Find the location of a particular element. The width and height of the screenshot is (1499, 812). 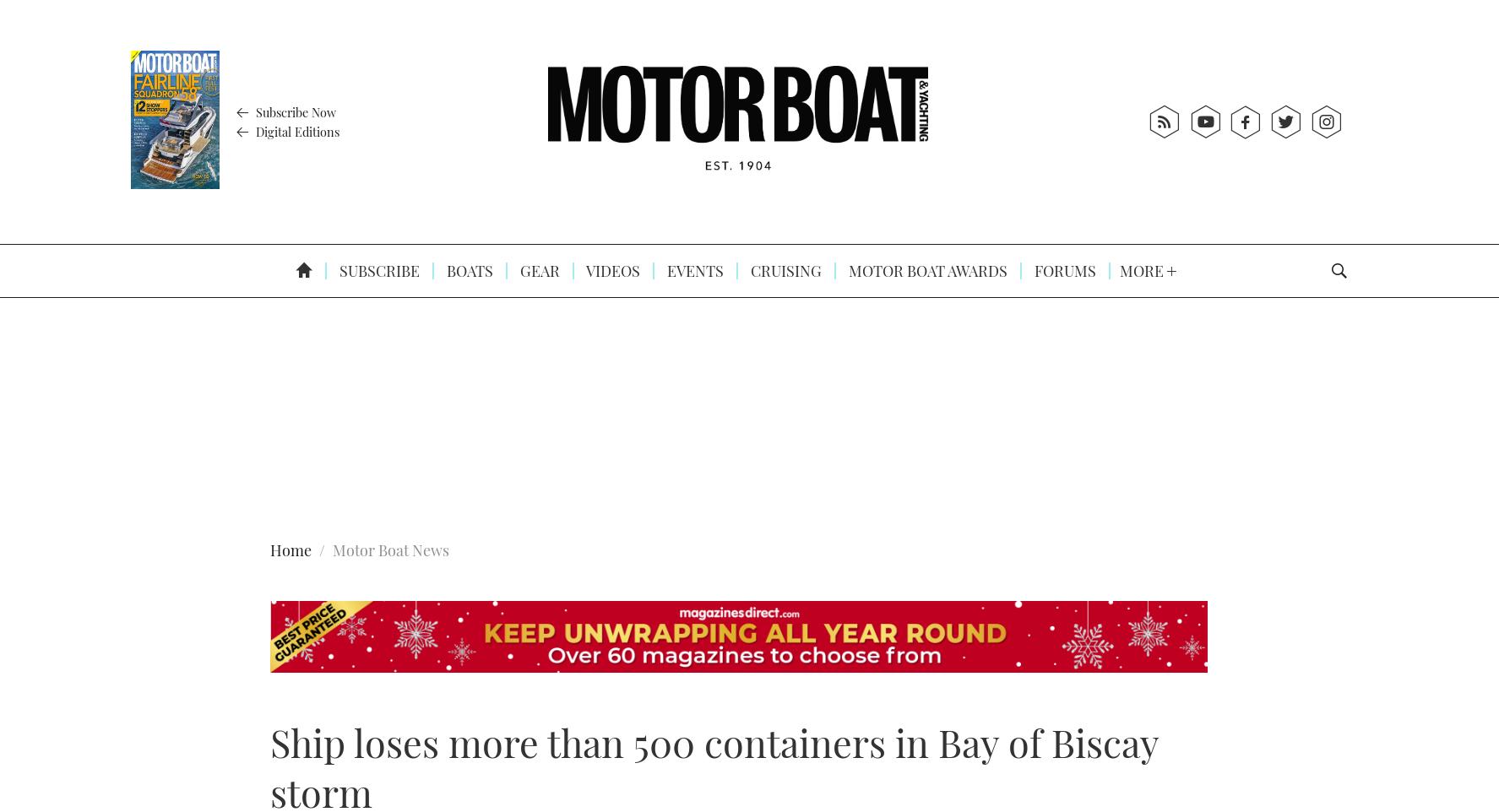

'Home' is located at coordinates (290, 550).